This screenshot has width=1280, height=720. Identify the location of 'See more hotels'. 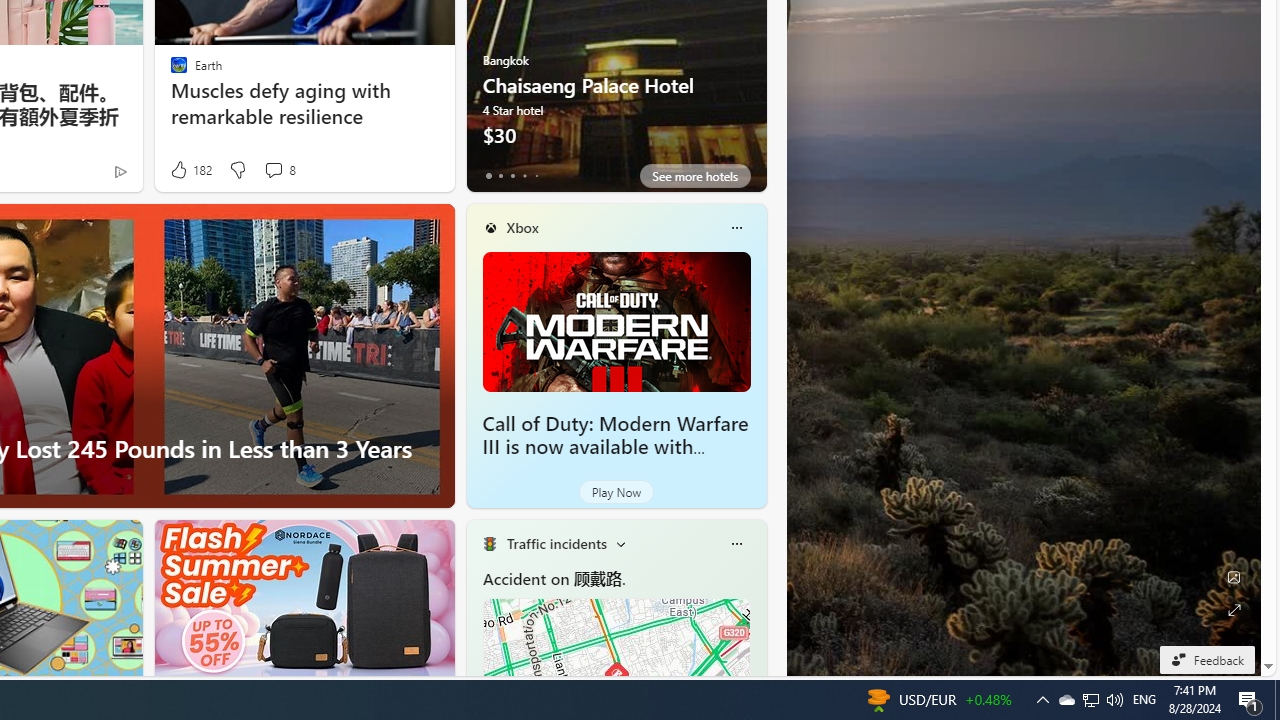
(695, 175).